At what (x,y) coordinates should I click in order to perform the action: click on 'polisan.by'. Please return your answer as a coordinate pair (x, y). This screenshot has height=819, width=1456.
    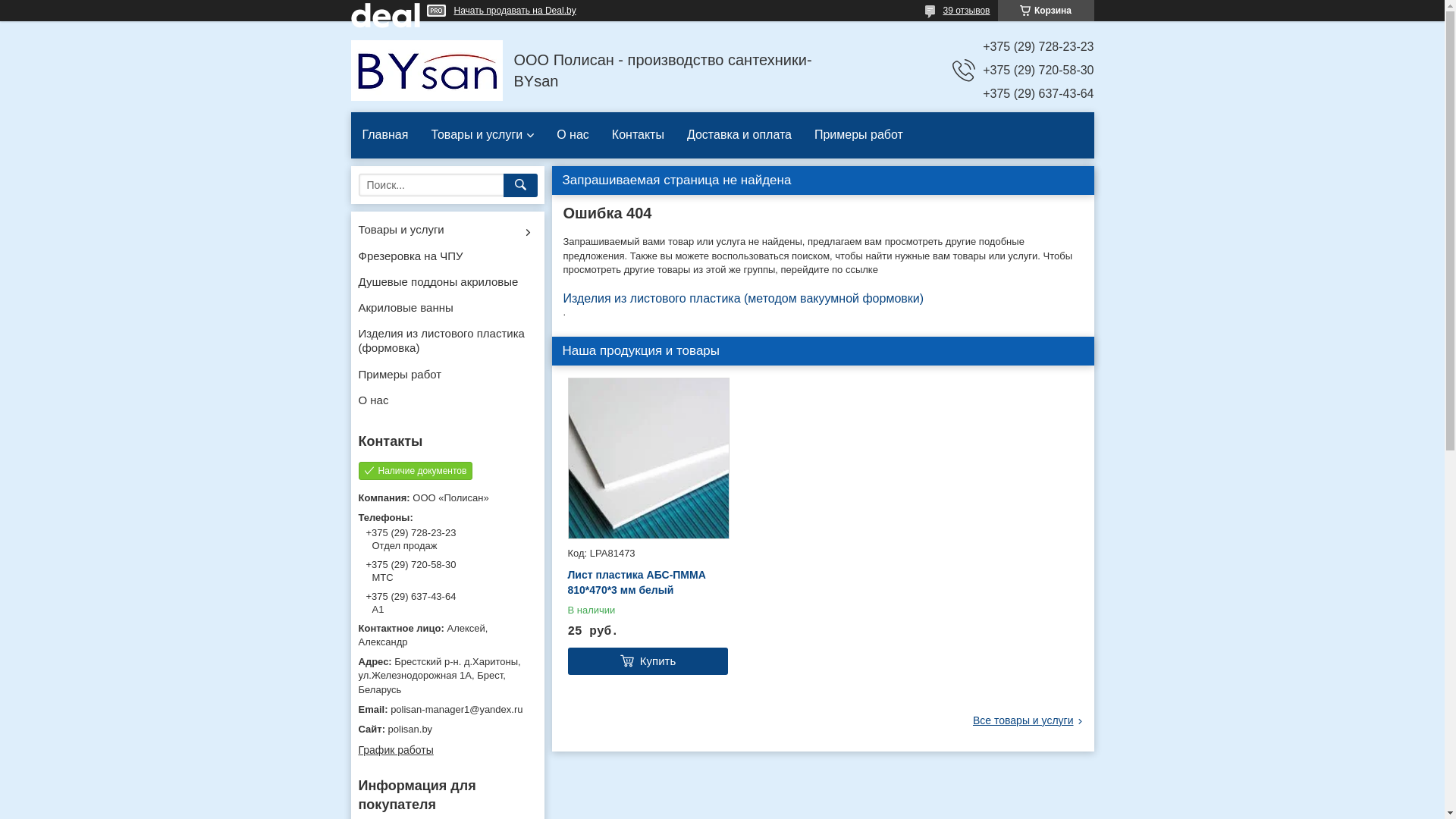
    Looking at the image, I should click on (446, 728).